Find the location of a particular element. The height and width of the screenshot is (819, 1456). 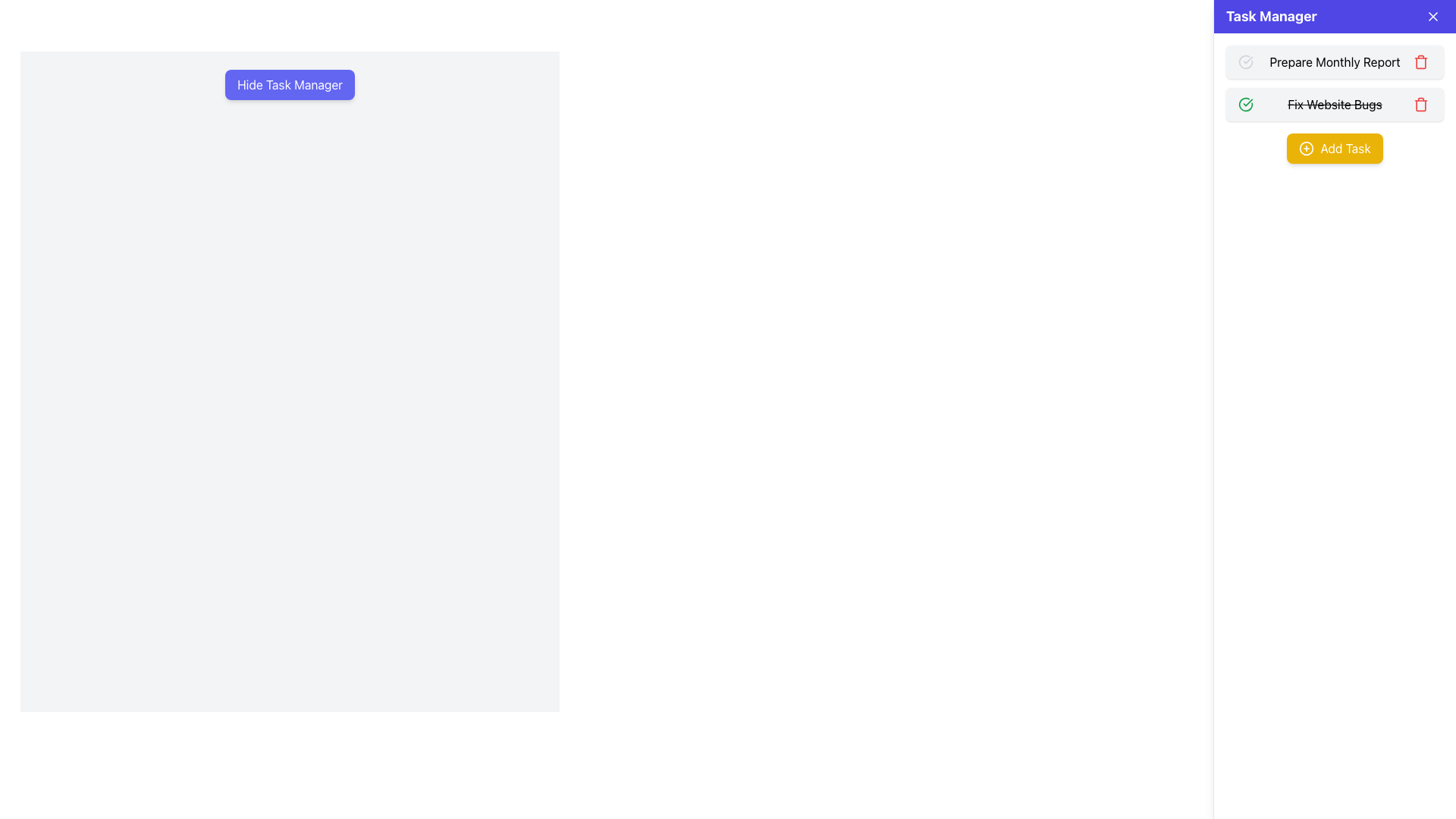

the first task item in the 'Task Manager' panel, which displays task details and allows interaction such as marking complete or deleting is located at coordinates (1335, 61).